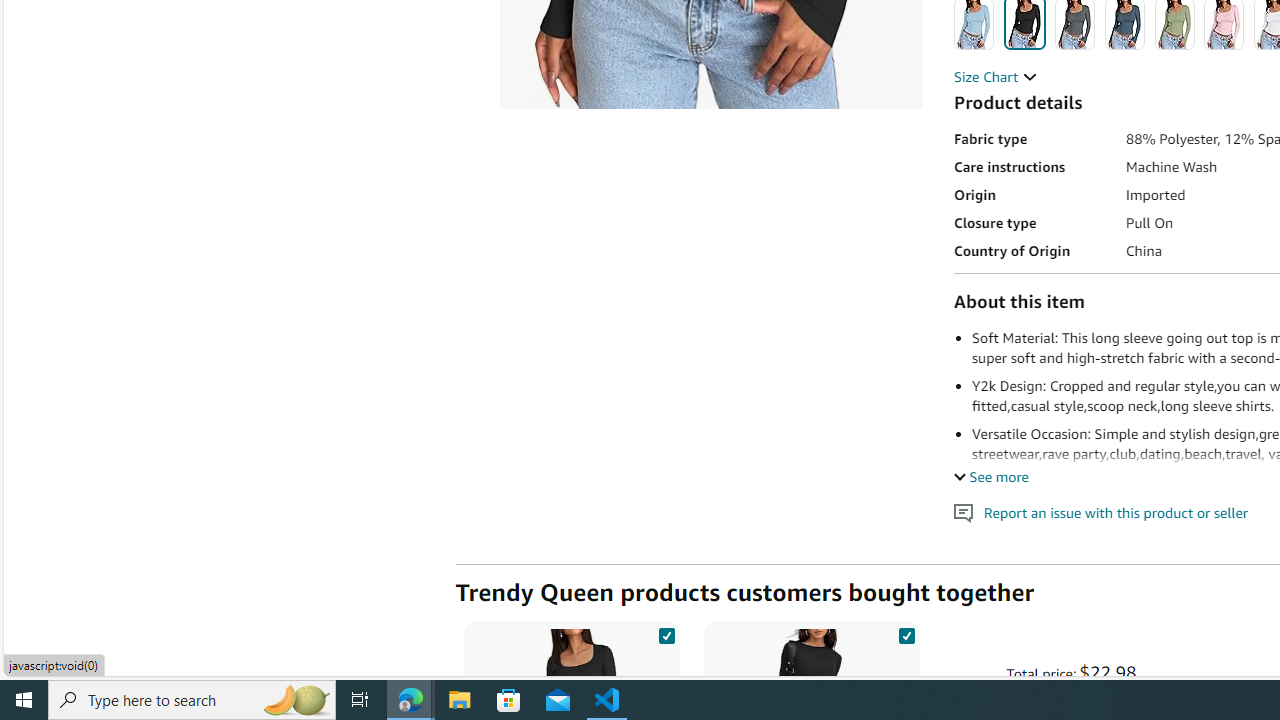 The height and width of the screenshot is (720, 1280). Describe the element at coordinates (995, 76) in the screenshot. I see `'Size Chart '` at that location.